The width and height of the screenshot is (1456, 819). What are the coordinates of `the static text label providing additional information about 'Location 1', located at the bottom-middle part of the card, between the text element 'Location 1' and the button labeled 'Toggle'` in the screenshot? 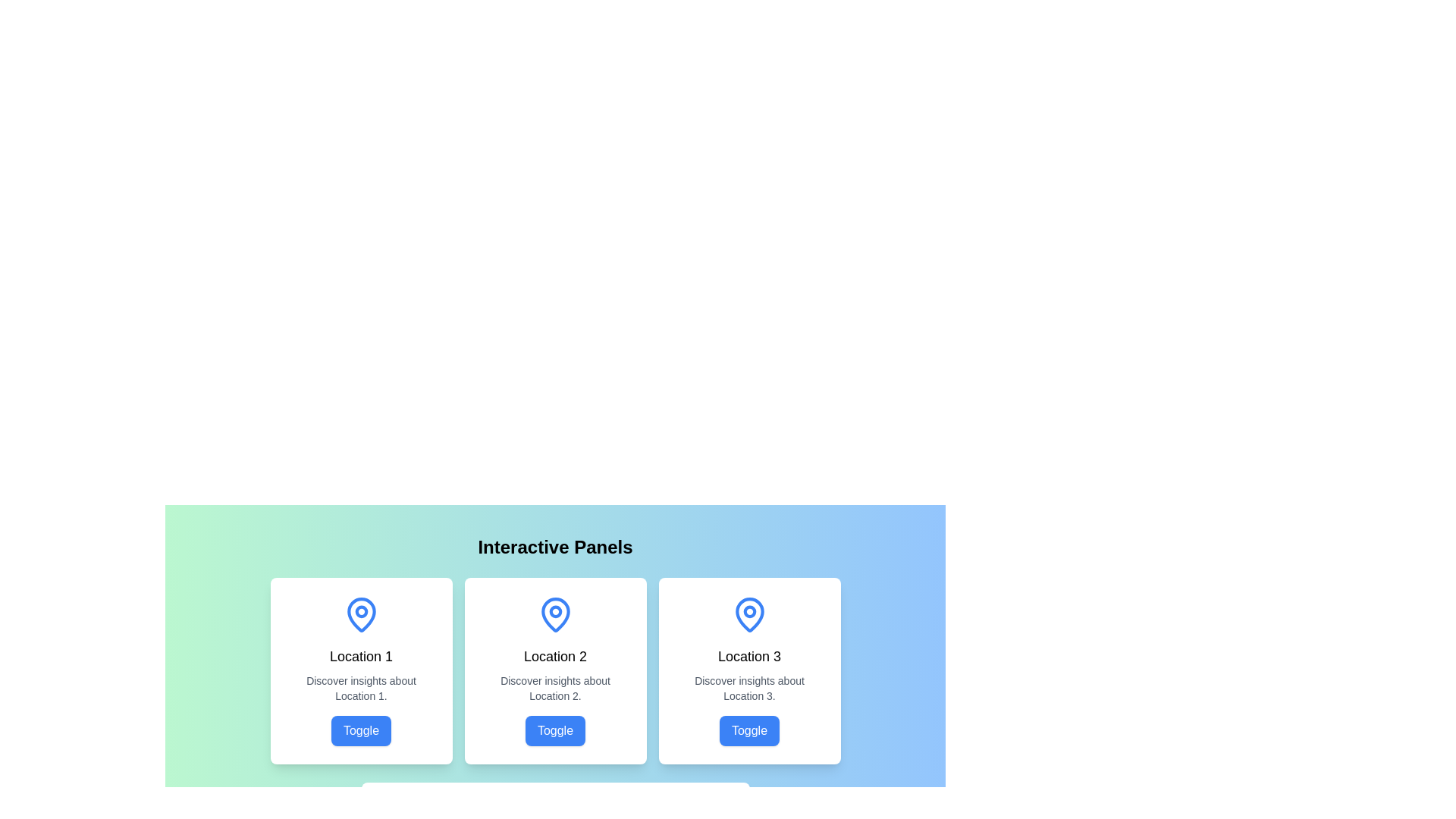 It's located at (360, 688).